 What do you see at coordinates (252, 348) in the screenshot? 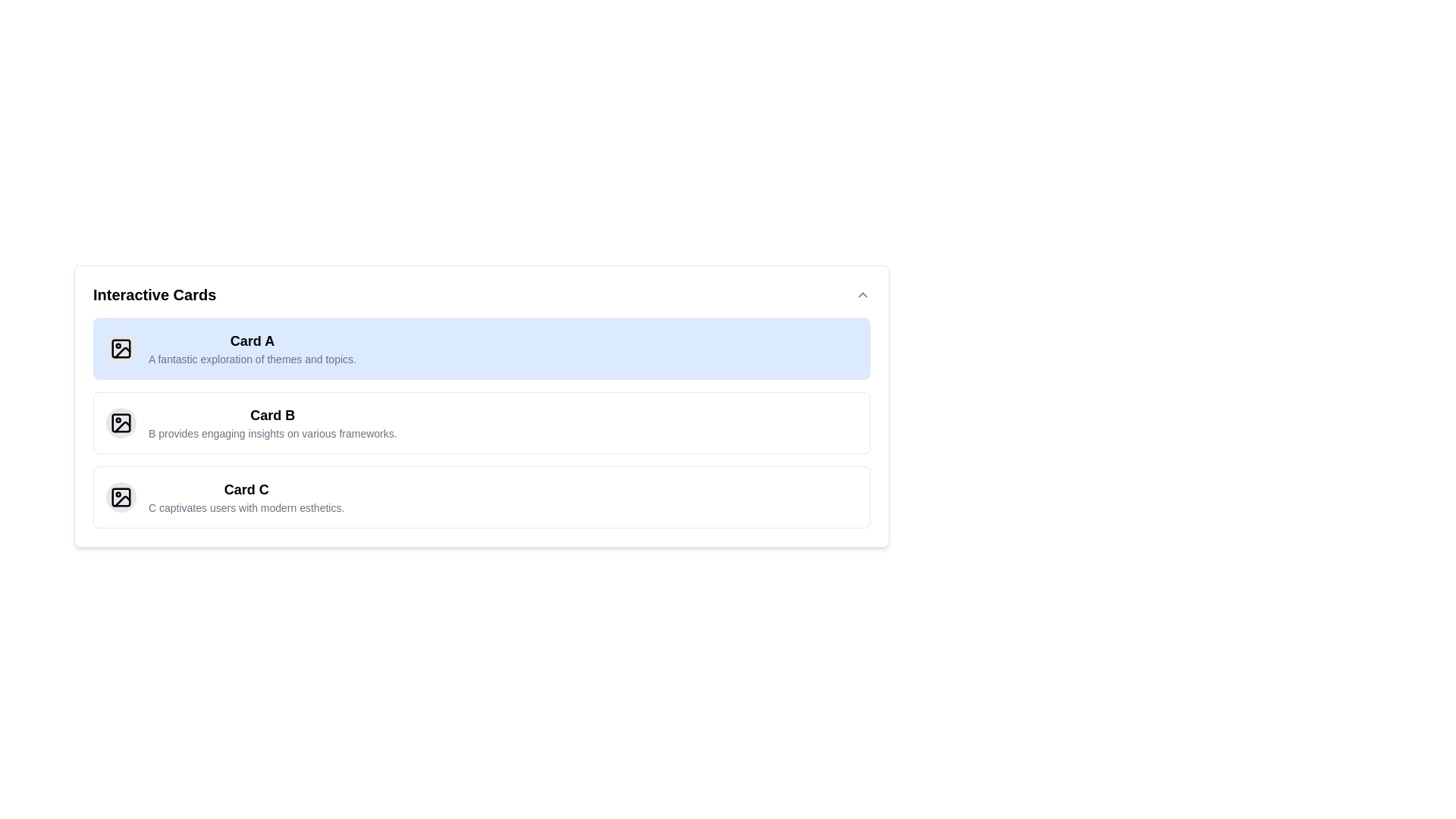
I see `the text 'Card A' and 'A fantastic exploration of themes and topics.' in the textual content block of the first card for copying` at bounding box center [252, 348].